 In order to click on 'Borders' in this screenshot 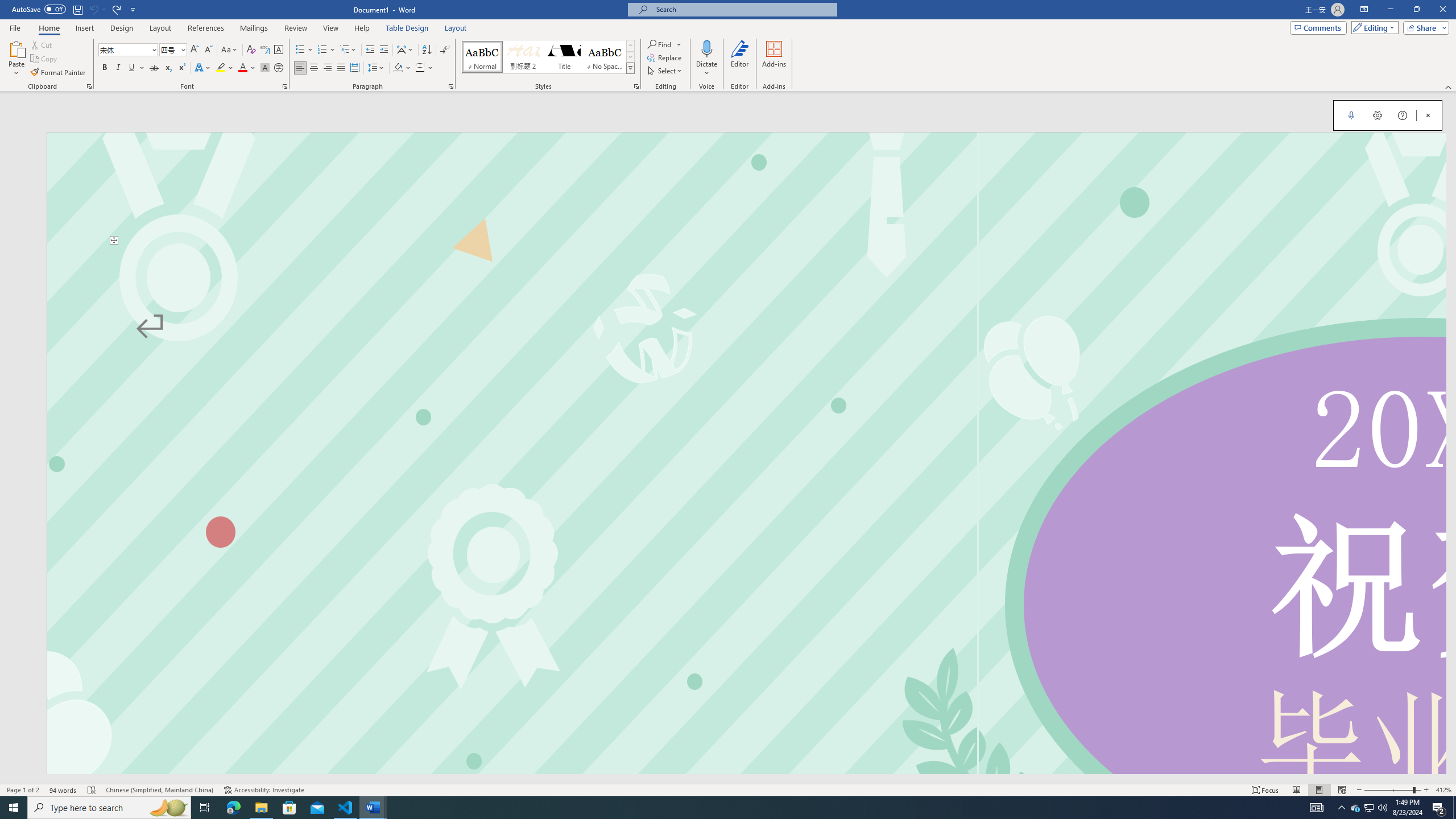, I will do `click(419, 67)`.